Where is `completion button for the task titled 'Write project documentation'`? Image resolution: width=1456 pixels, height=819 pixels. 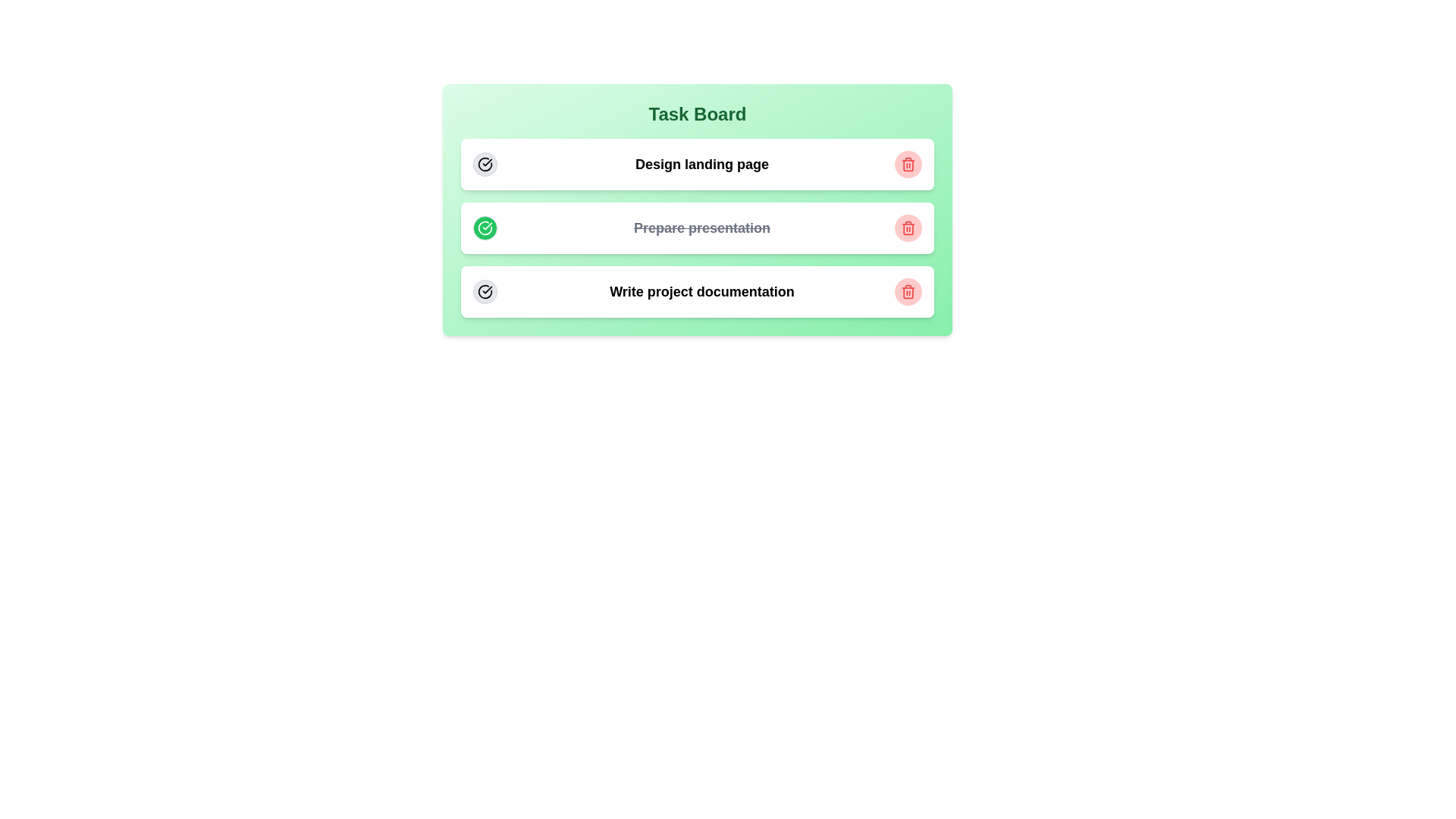 completion button for the task titled 'Write project documentation' is located at coordinates (484, 292).